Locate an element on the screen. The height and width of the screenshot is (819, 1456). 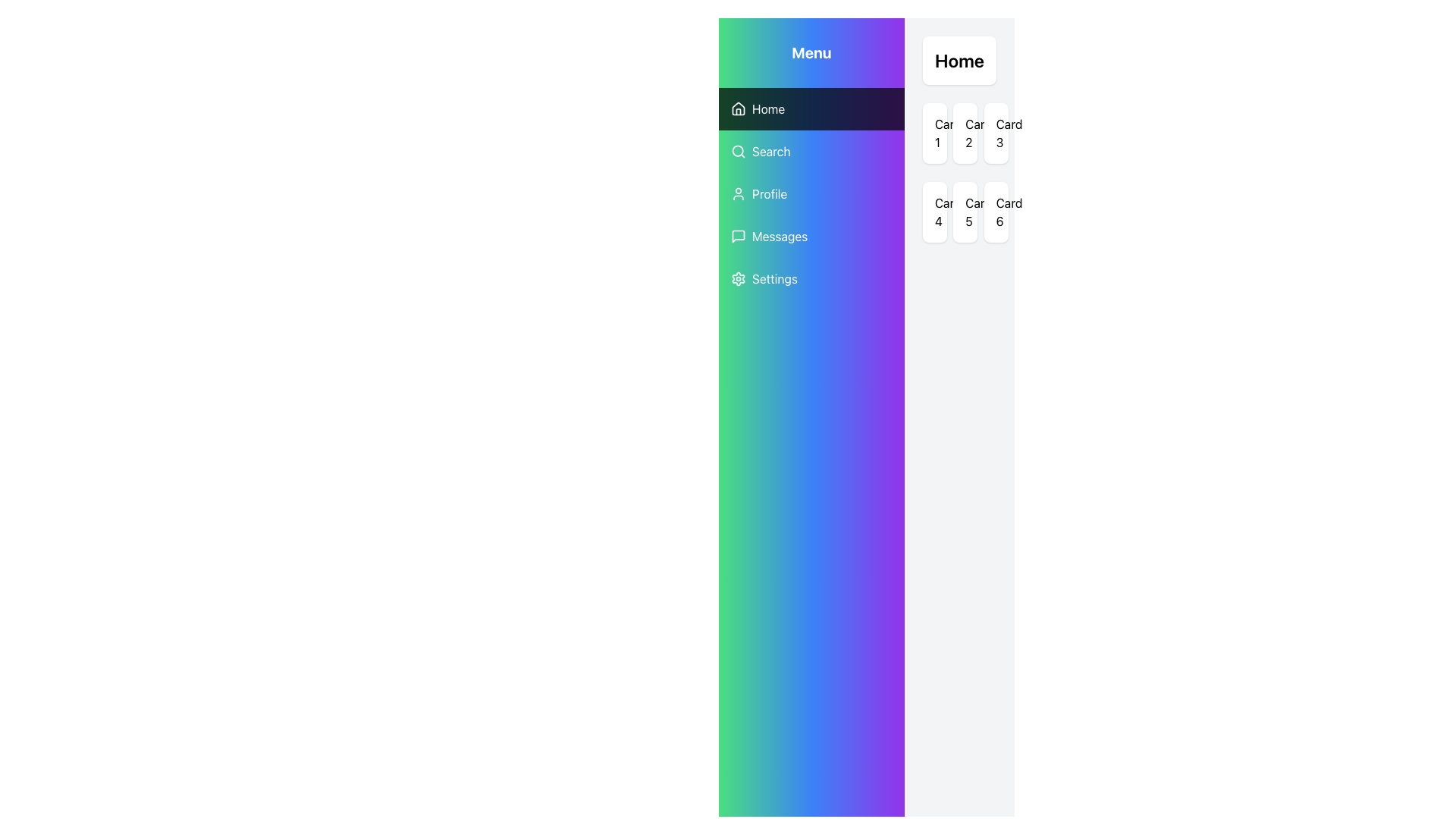
the user profile icon located in the vertical sidebar under the 'Menu' heading is located at coordinates (739, 193).